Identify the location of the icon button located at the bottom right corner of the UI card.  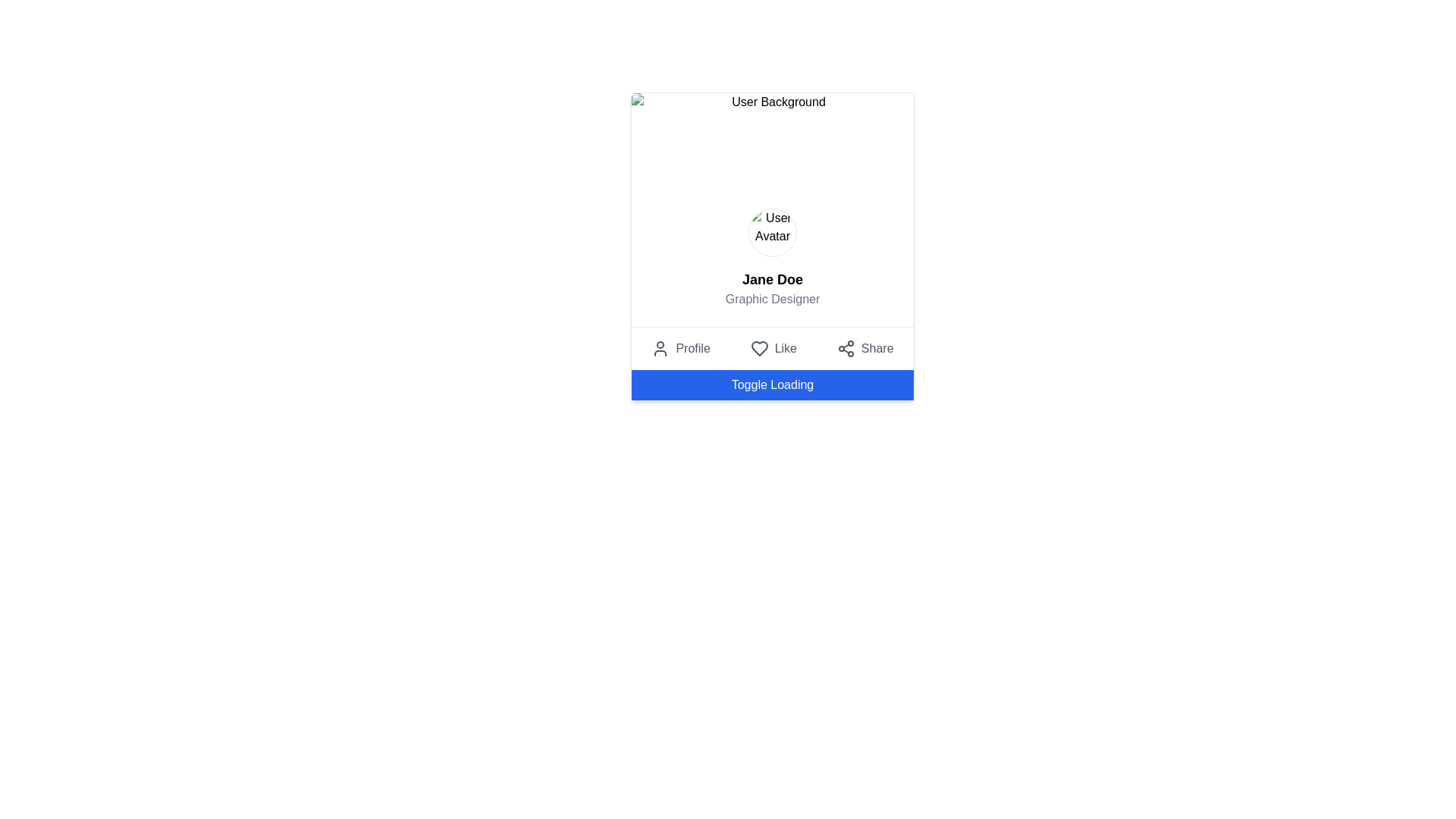
(845, 348).